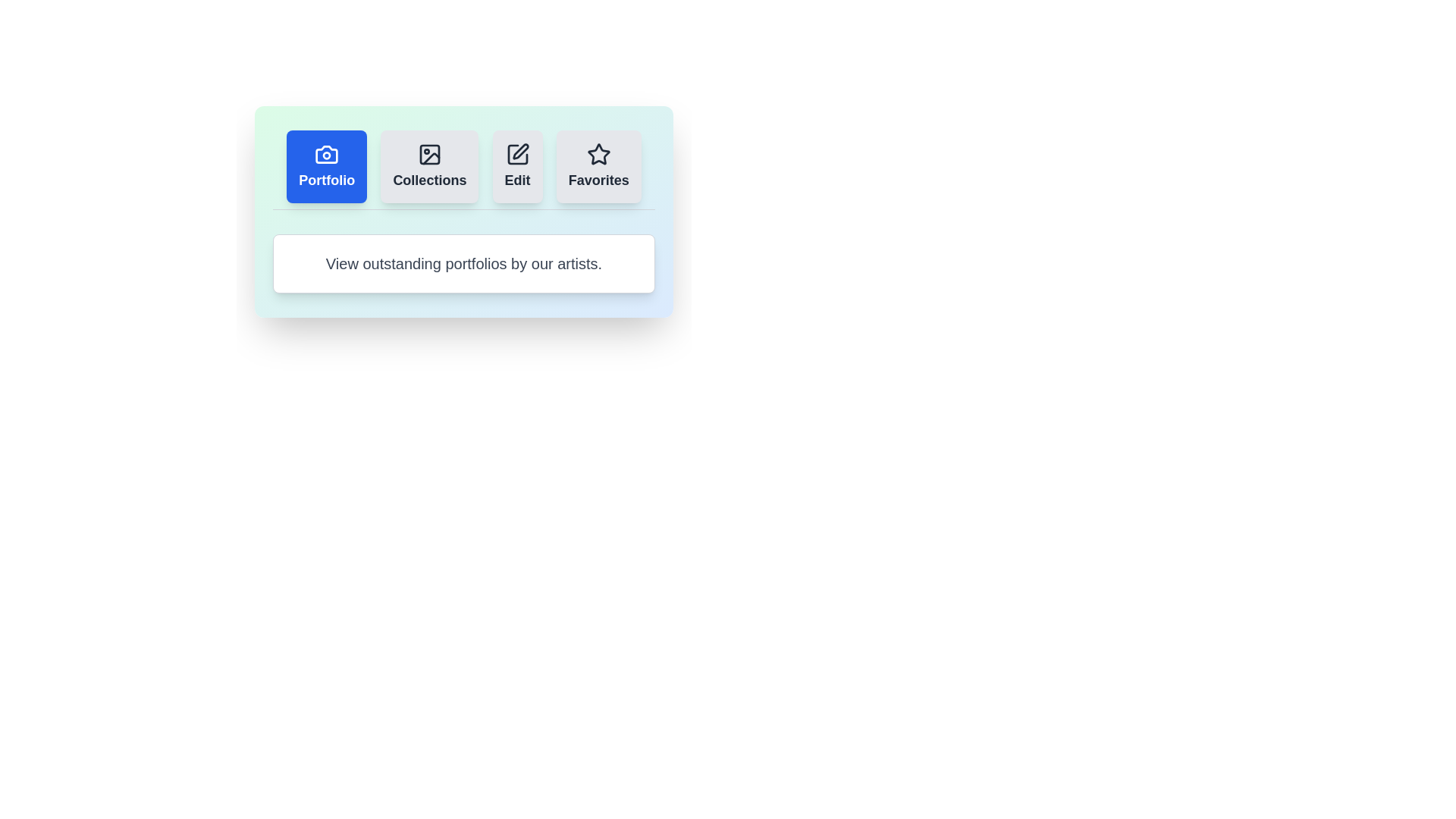  What do you see at coordinates (598, 166) in the screenshot?
I see `the Favorites tab by clicking on its button` at bounding box center [598, 166].